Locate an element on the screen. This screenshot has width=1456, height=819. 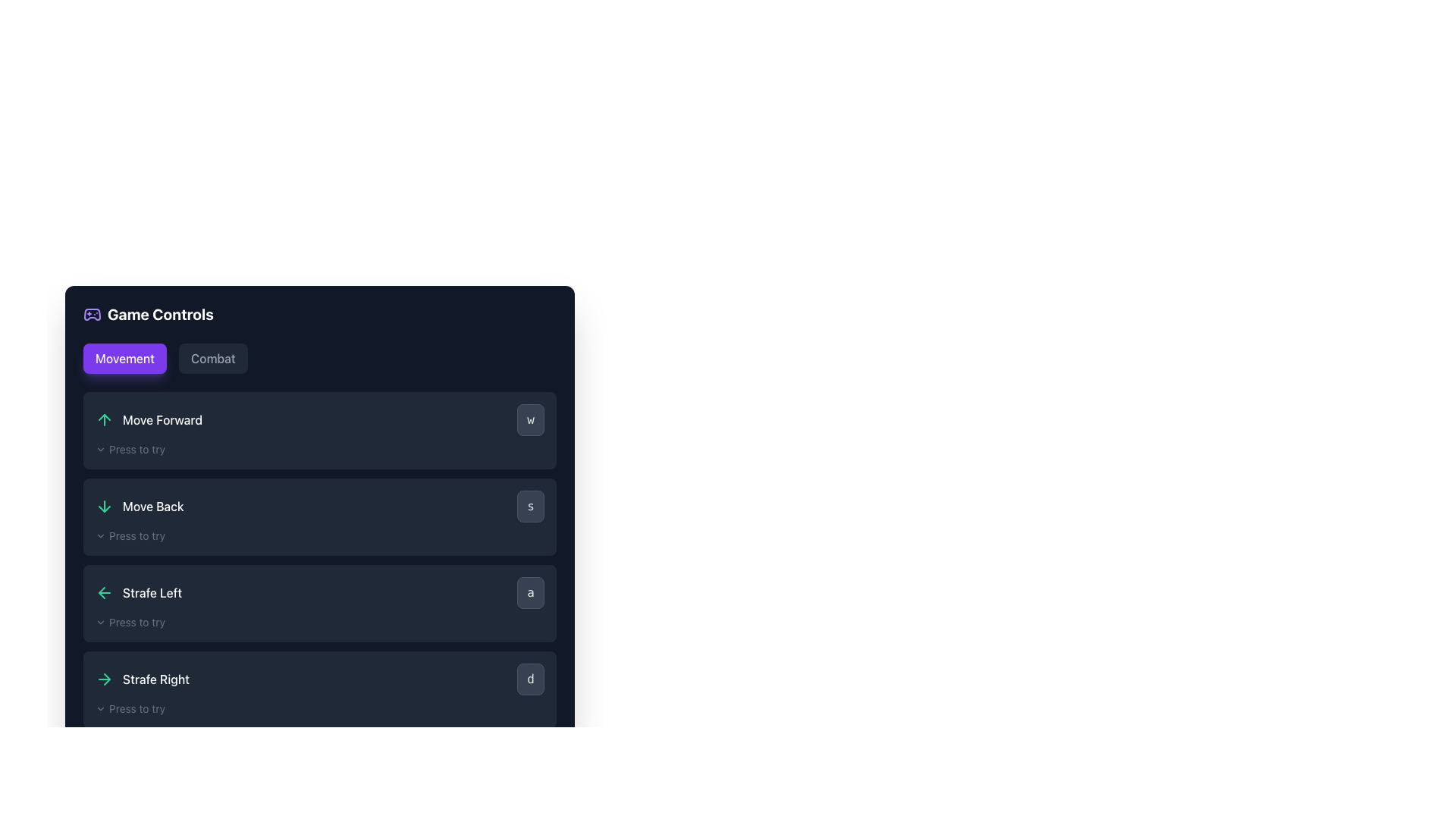
the 'Move Back' button in the 'Game Controls' menu under the 'Movement' tab is located at coordinates (319, 506).